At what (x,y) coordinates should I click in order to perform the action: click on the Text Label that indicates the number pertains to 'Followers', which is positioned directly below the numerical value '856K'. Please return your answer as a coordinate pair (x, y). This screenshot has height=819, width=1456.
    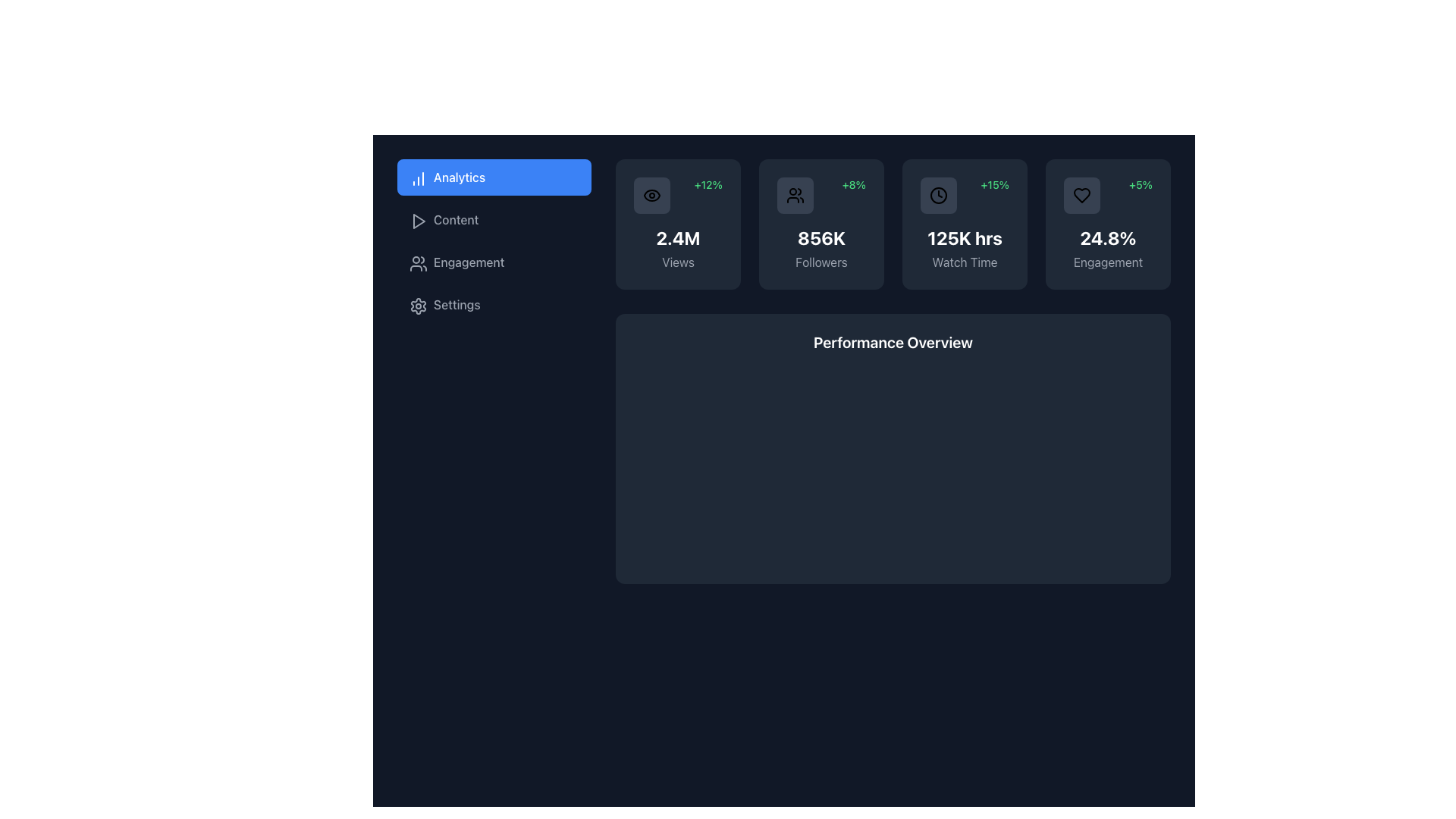
    Looking at the image, I should click on (821, 262).